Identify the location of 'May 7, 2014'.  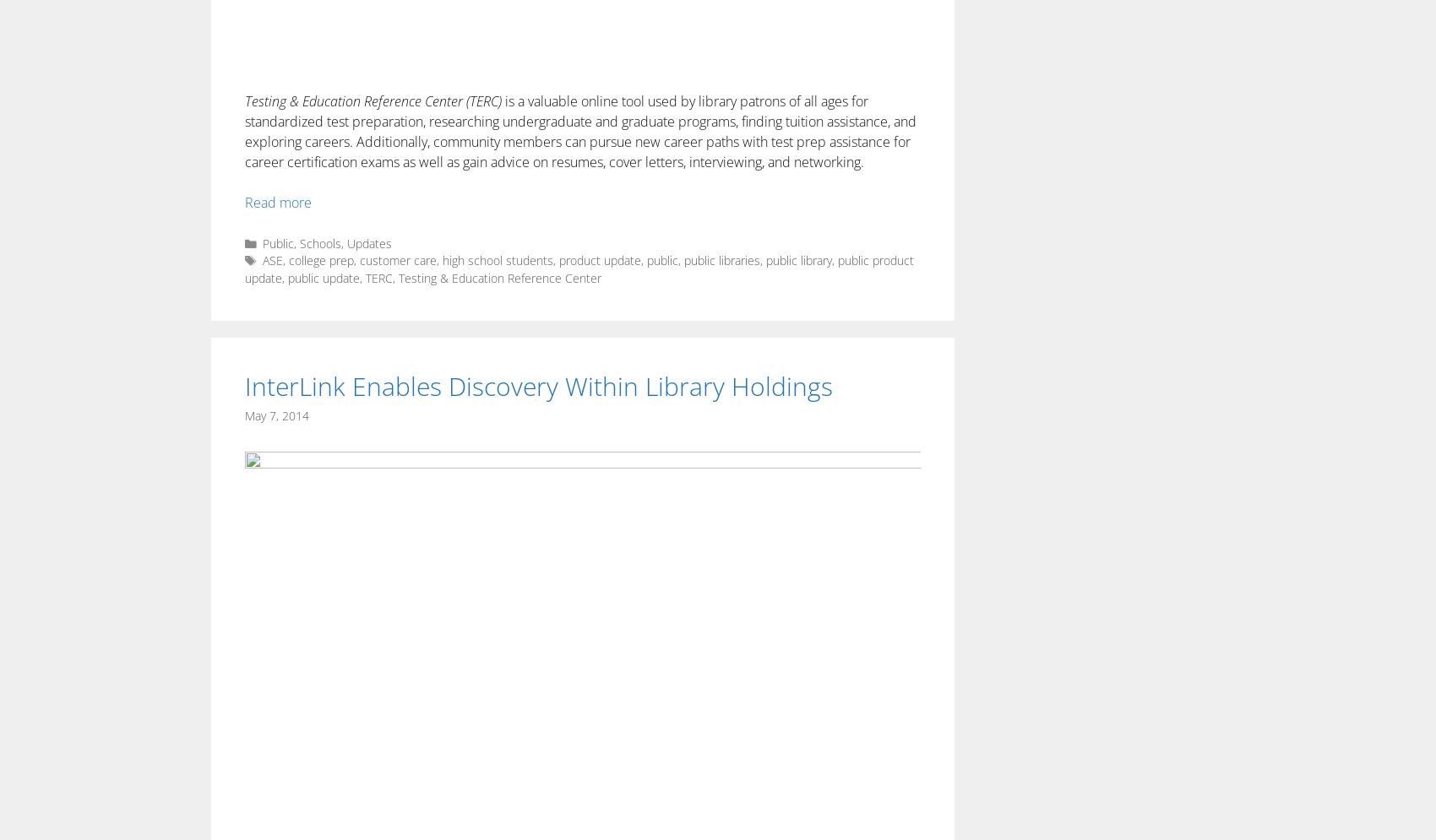
(275, 415).